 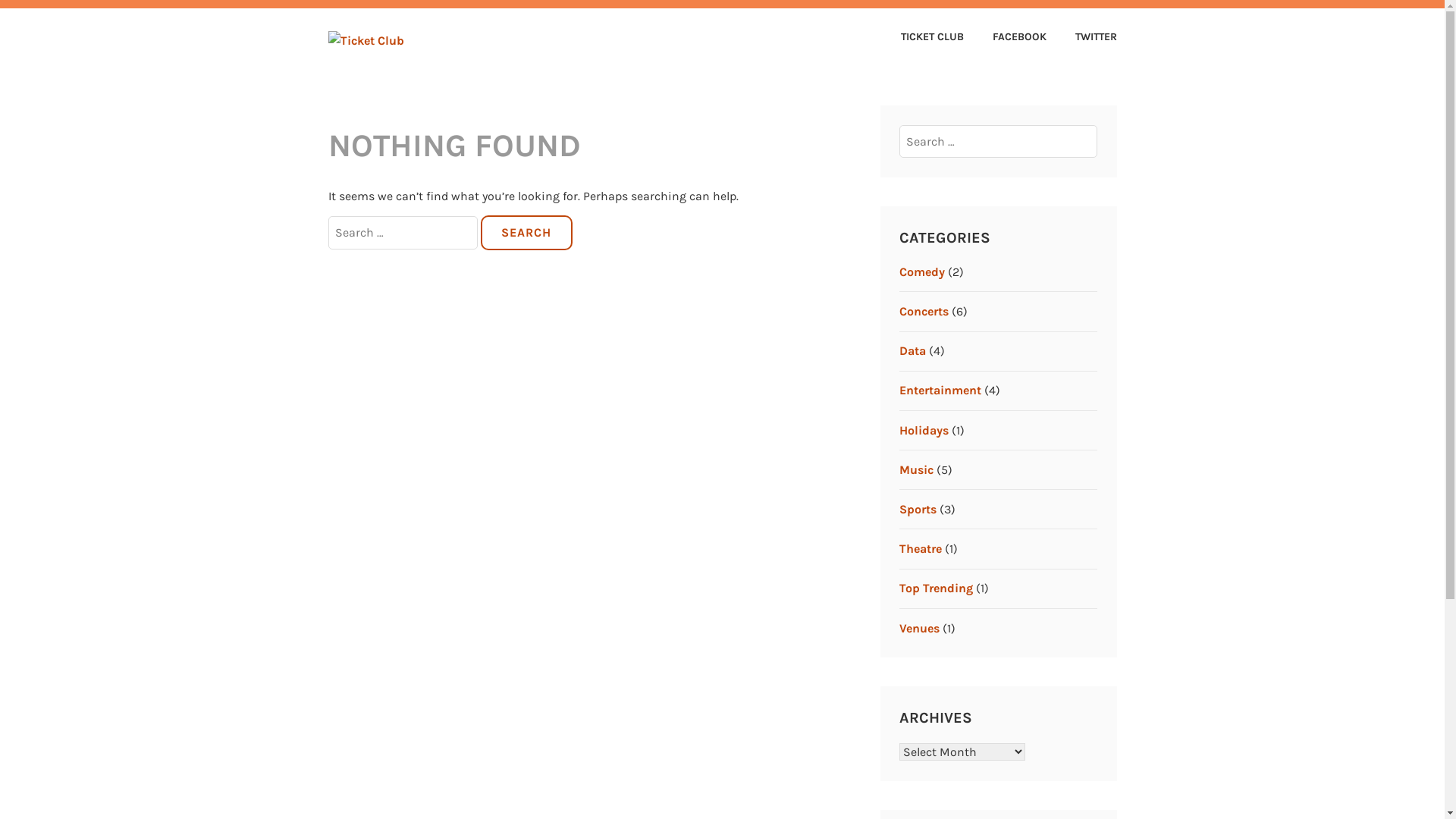 I want to click on 'FACEBOOK', so click(x=966, y=37).